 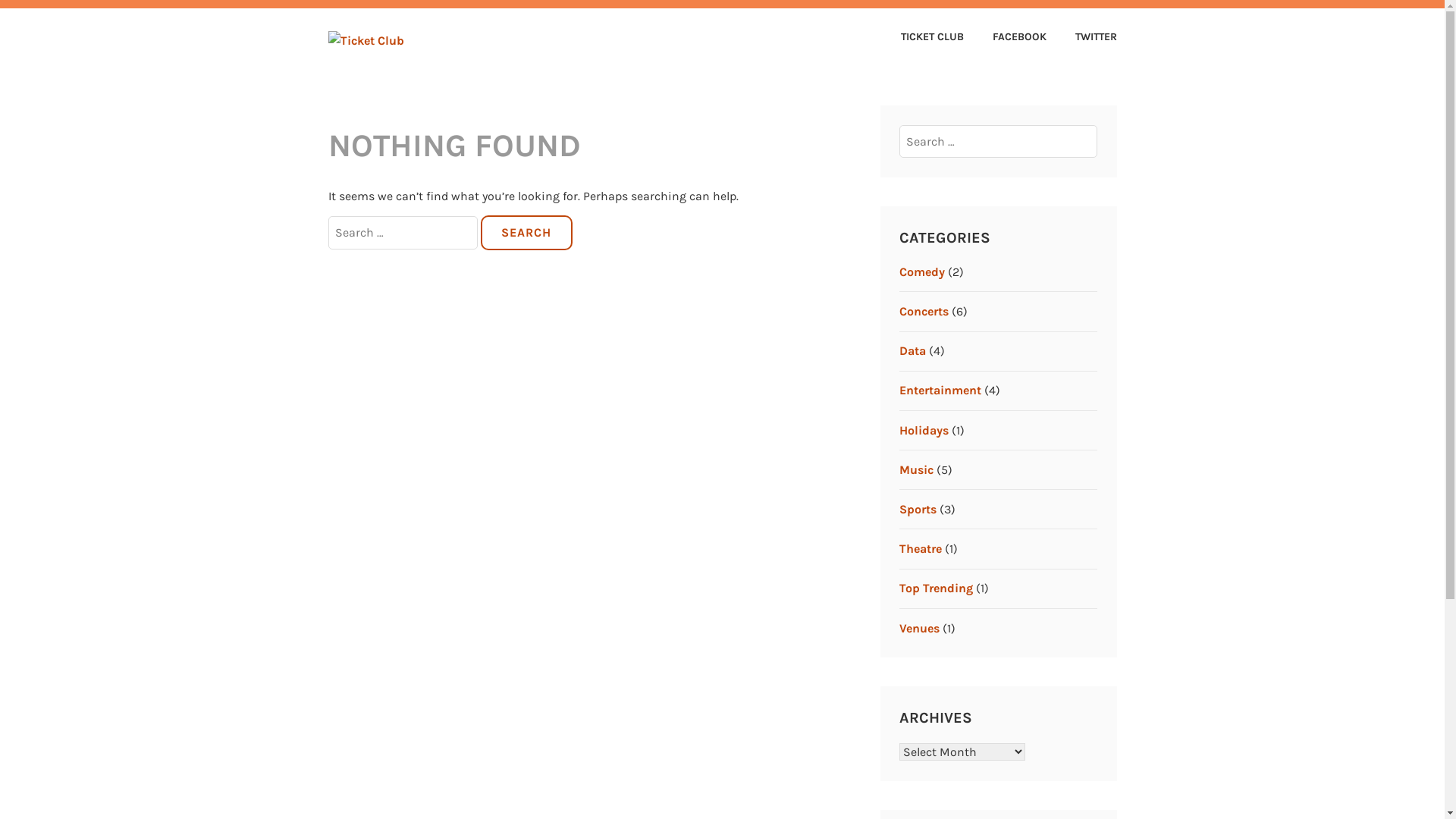 I want to click on 'FACEBOOK', so click(x=966, y=37).